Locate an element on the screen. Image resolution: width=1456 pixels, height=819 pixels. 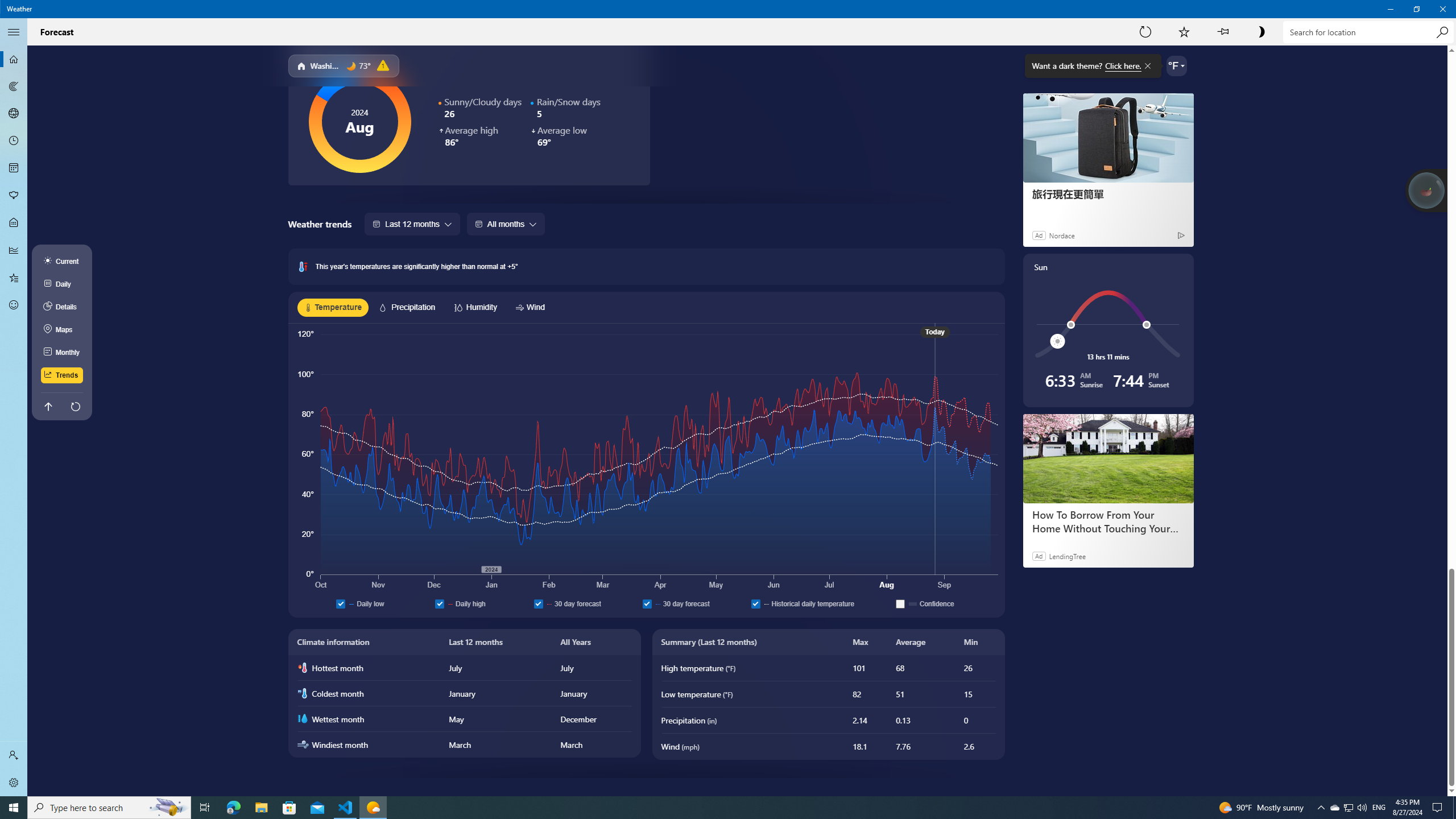
'Life - Not Selected' is located at coordinates (14, 222).